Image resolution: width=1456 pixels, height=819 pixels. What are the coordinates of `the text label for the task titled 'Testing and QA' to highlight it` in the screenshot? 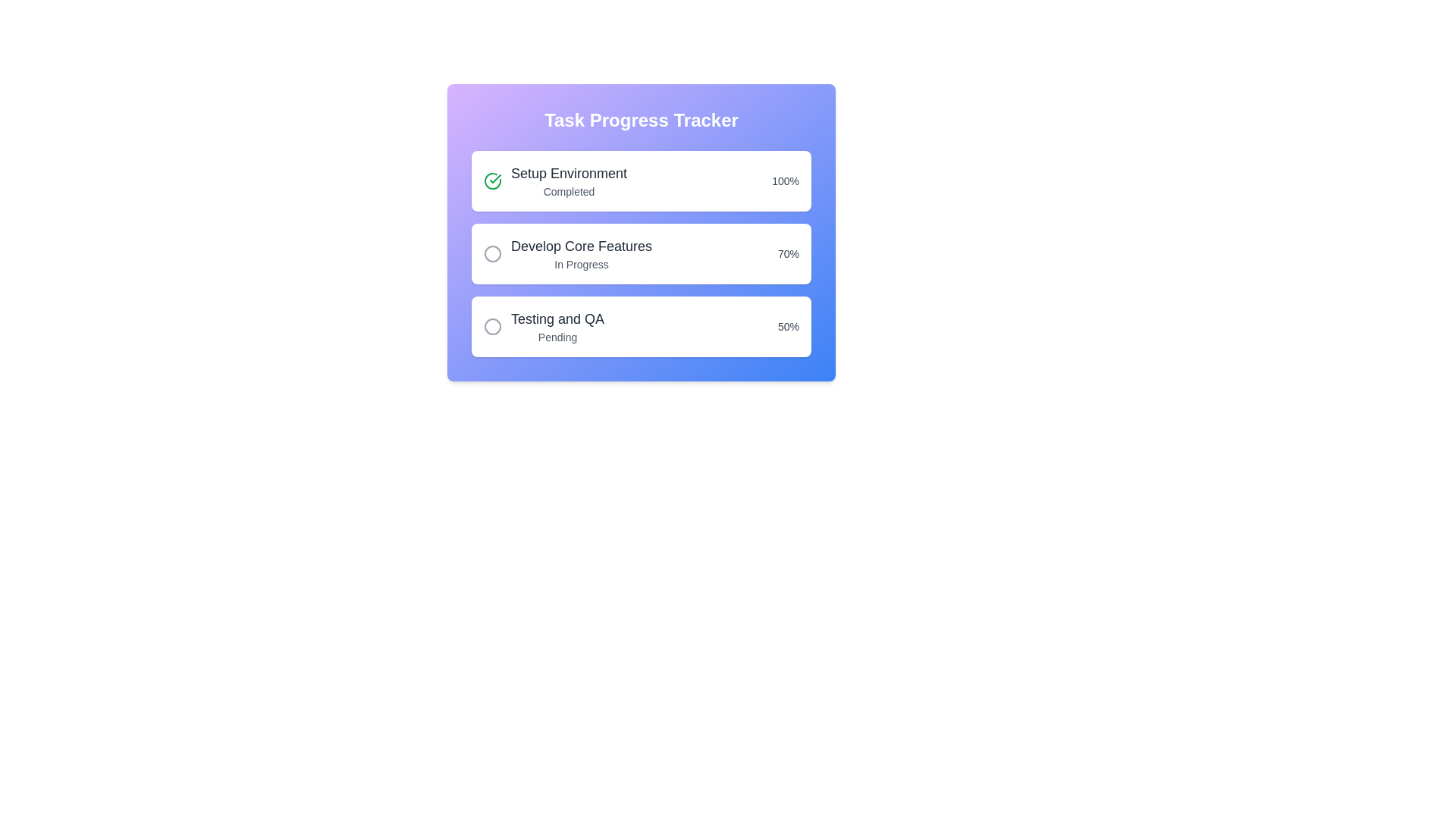 It's located at (557, 326).